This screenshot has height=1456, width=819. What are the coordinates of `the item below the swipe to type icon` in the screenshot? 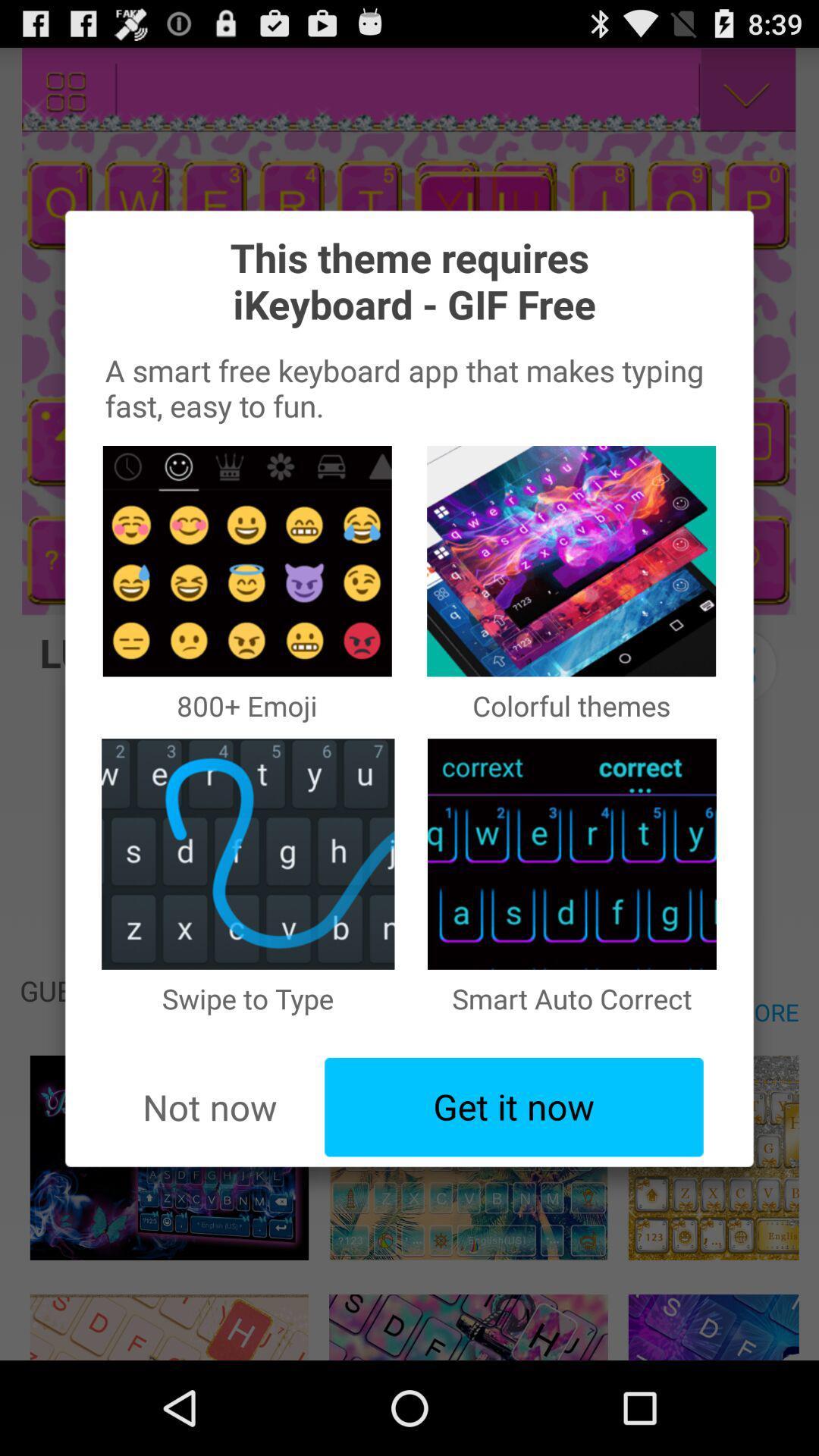 It's located at (513, 1107).